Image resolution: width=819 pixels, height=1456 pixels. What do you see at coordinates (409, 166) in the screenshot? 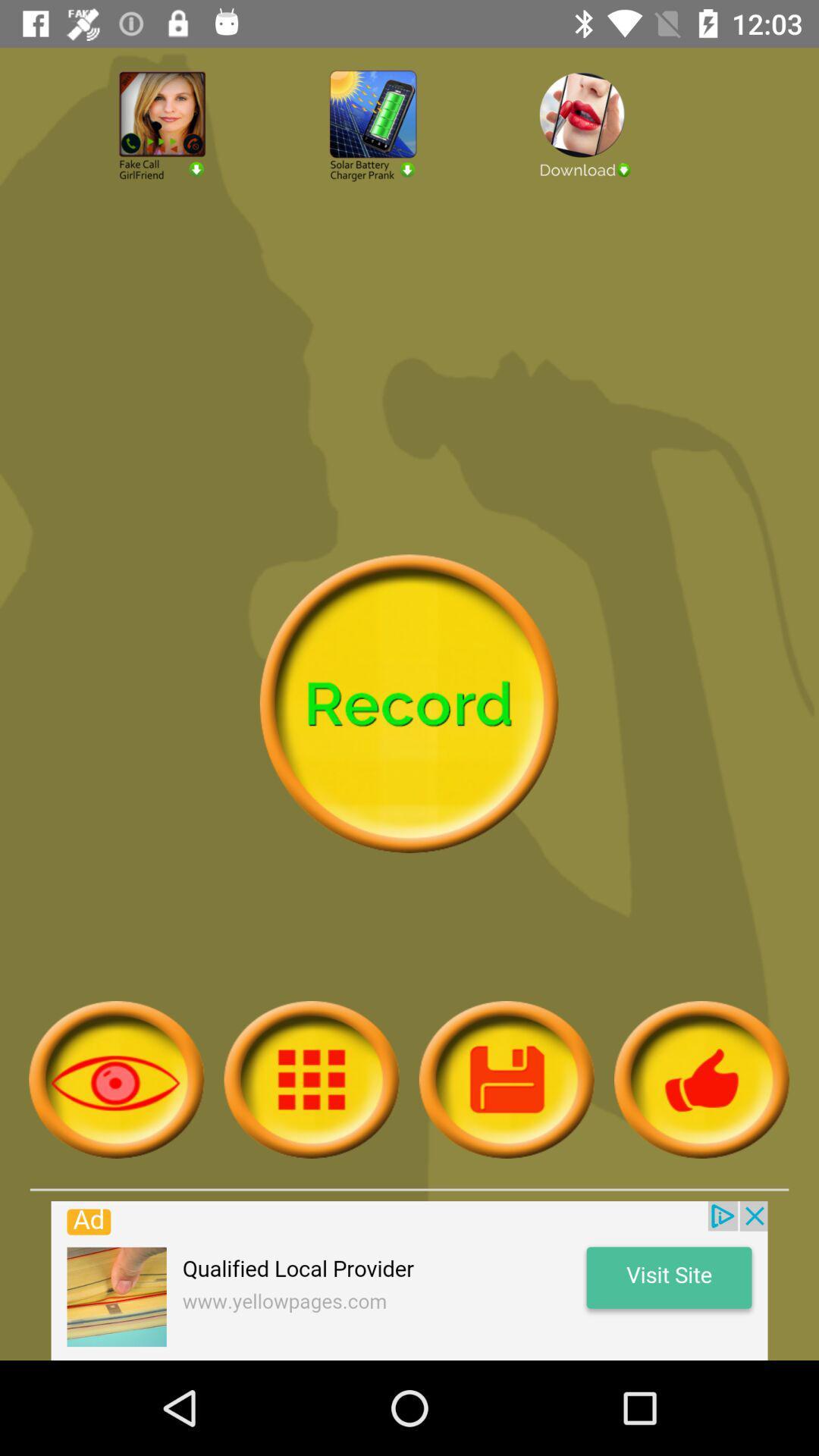
I see `games page` at bounding box center [409, 166].